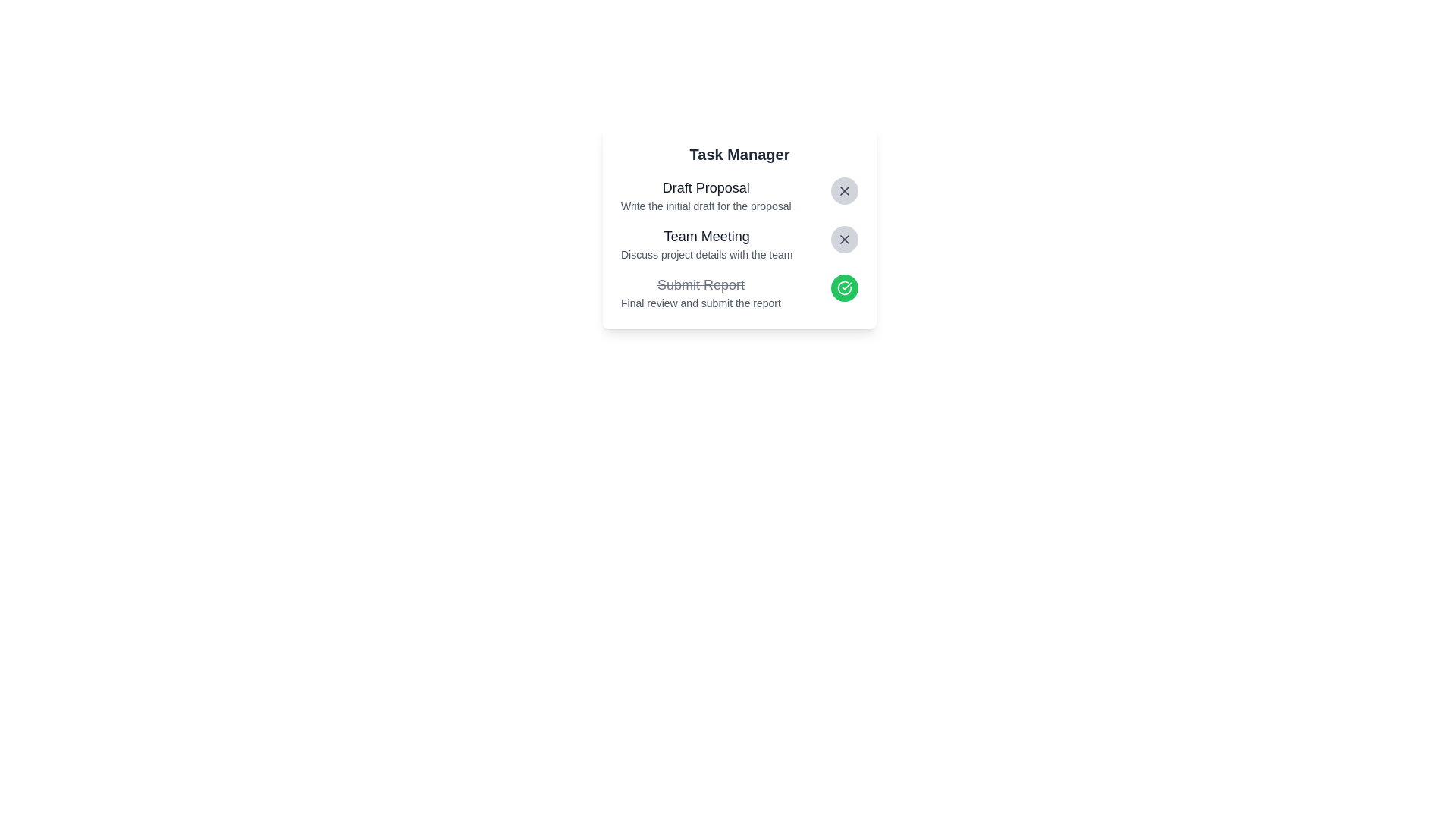  Describe the element at coordinates (843, 190) in the screenshot. I see `the cancel icon button for the 'Draft Proposal' task` at that location.